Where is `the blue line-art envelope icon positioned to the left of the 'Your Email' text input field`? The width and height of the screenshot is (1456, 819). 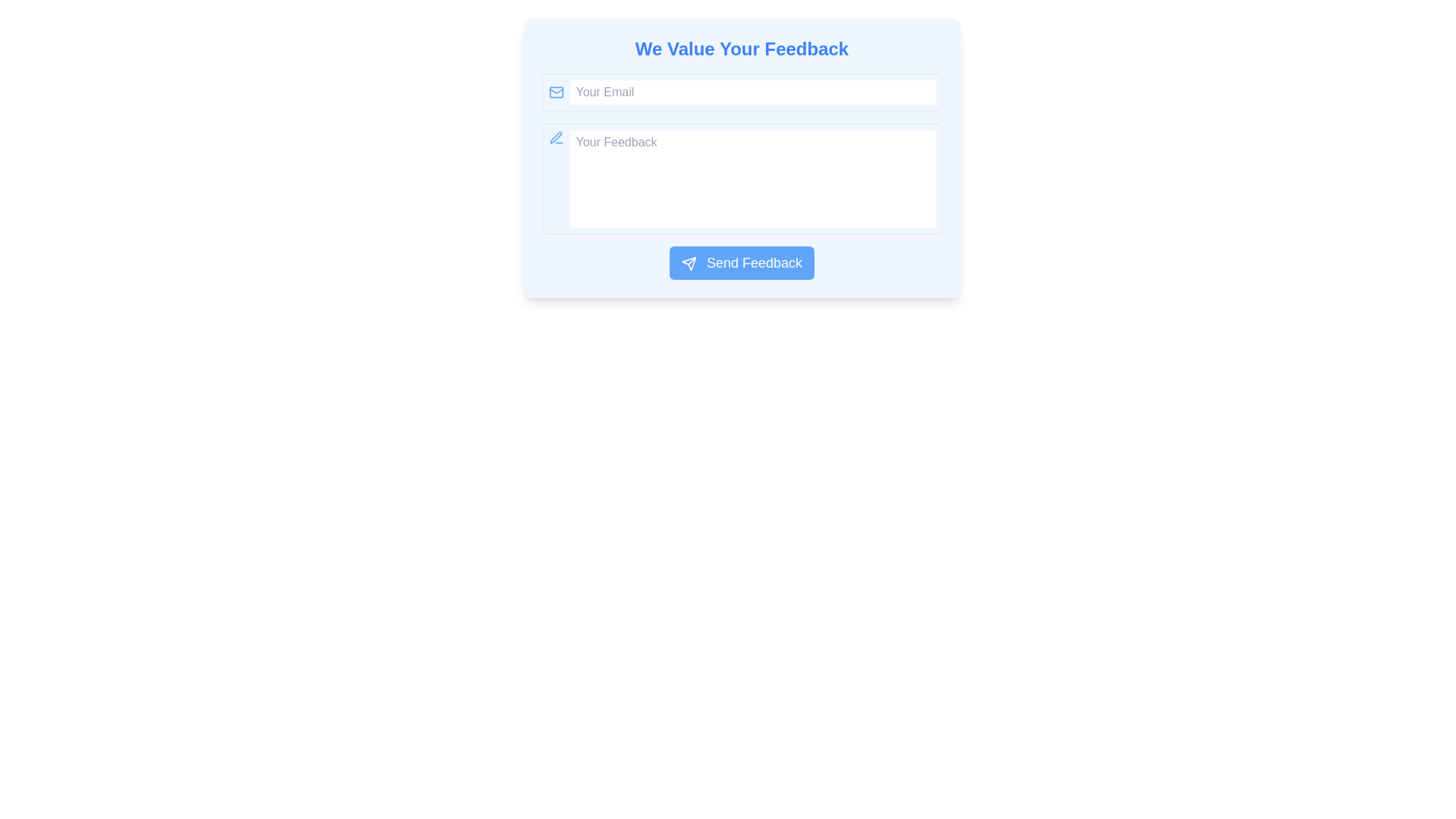
the blue line-art envelope icon positioned to the left of the 'Your Email' text input field is located at coordinates (555, 93).